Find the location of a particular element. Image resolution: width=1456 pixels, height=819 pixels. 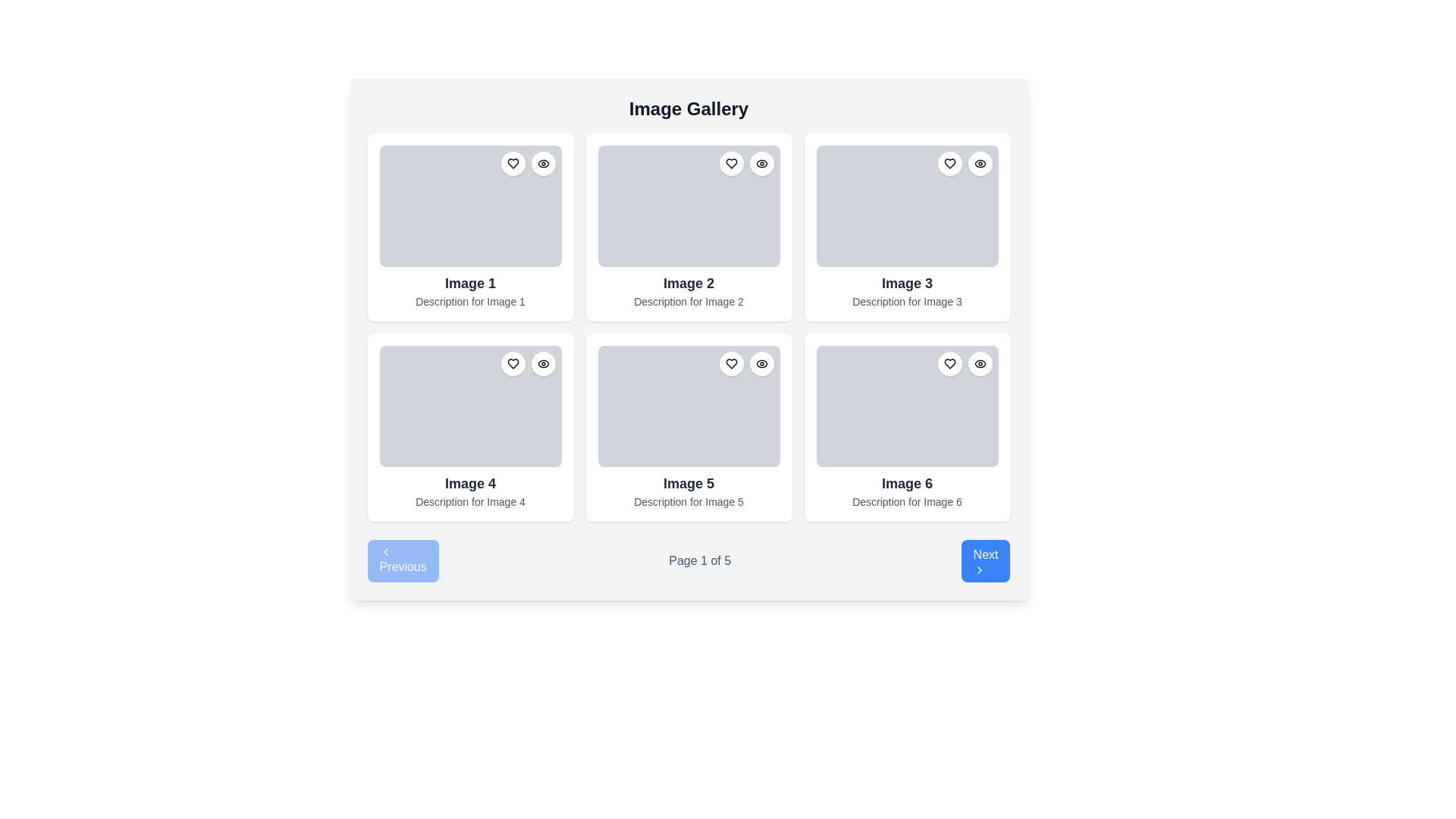

the favorite or like icon button located in the top-right corner of the third thumbnail image in the second row of the image gallery grid is located at coordinates (949, 164).